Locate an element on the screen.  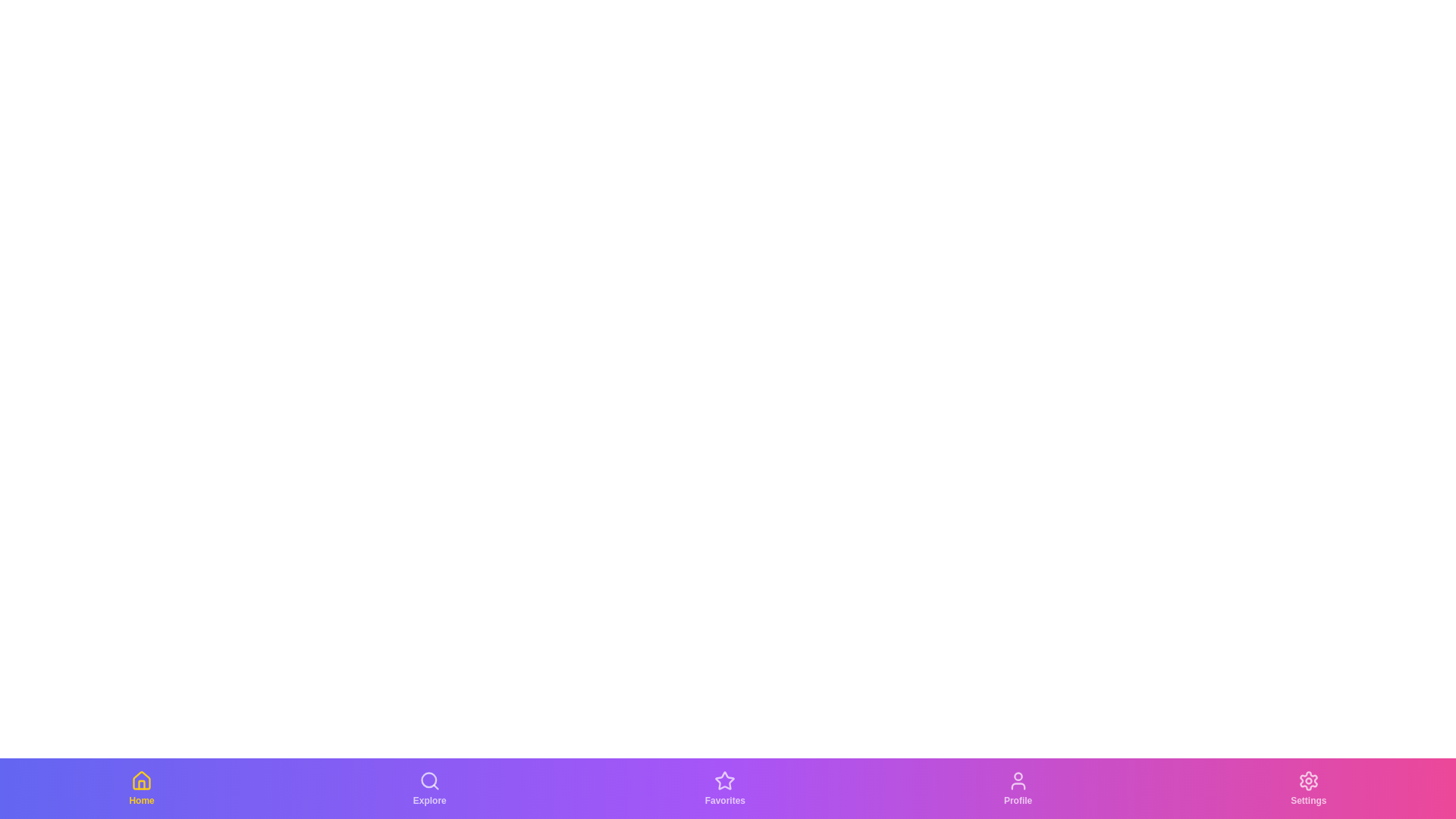
the tab labeled Explore to observe its hover effect is located at coordinates (428, 788).